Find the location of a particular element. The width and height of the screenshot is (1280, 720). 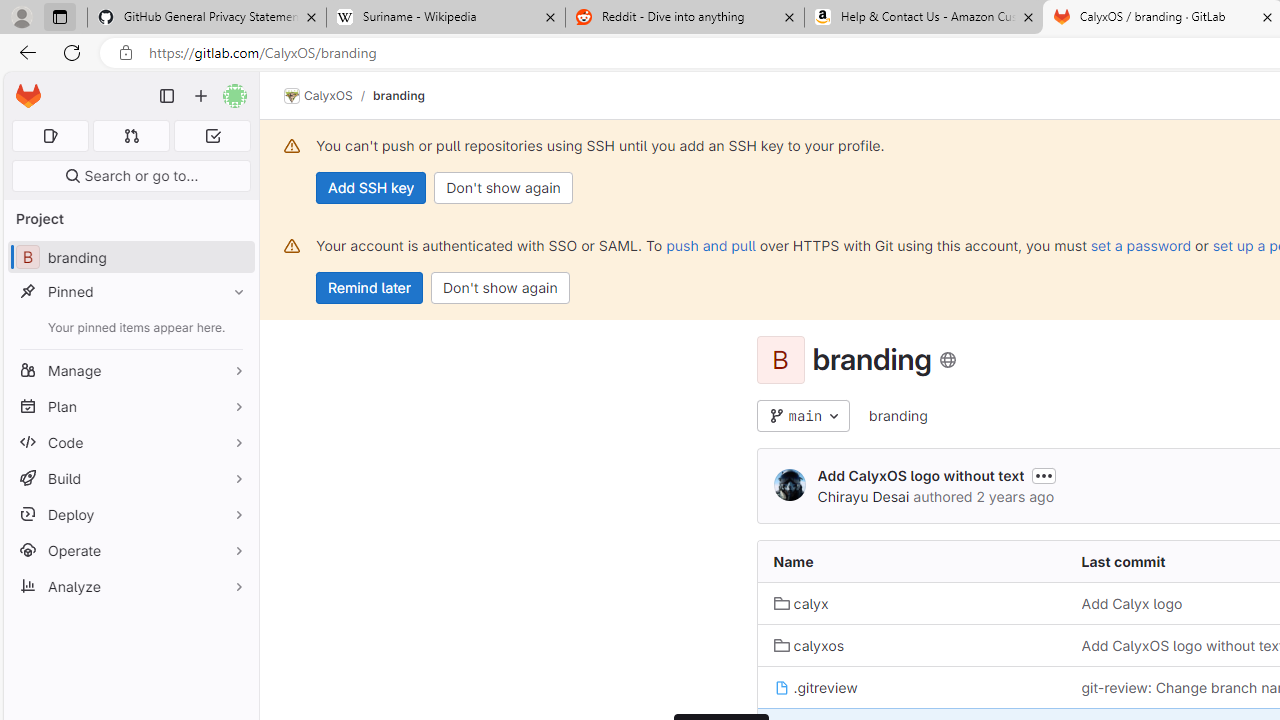

'.gitreview' is located at coordinates (815, 686).